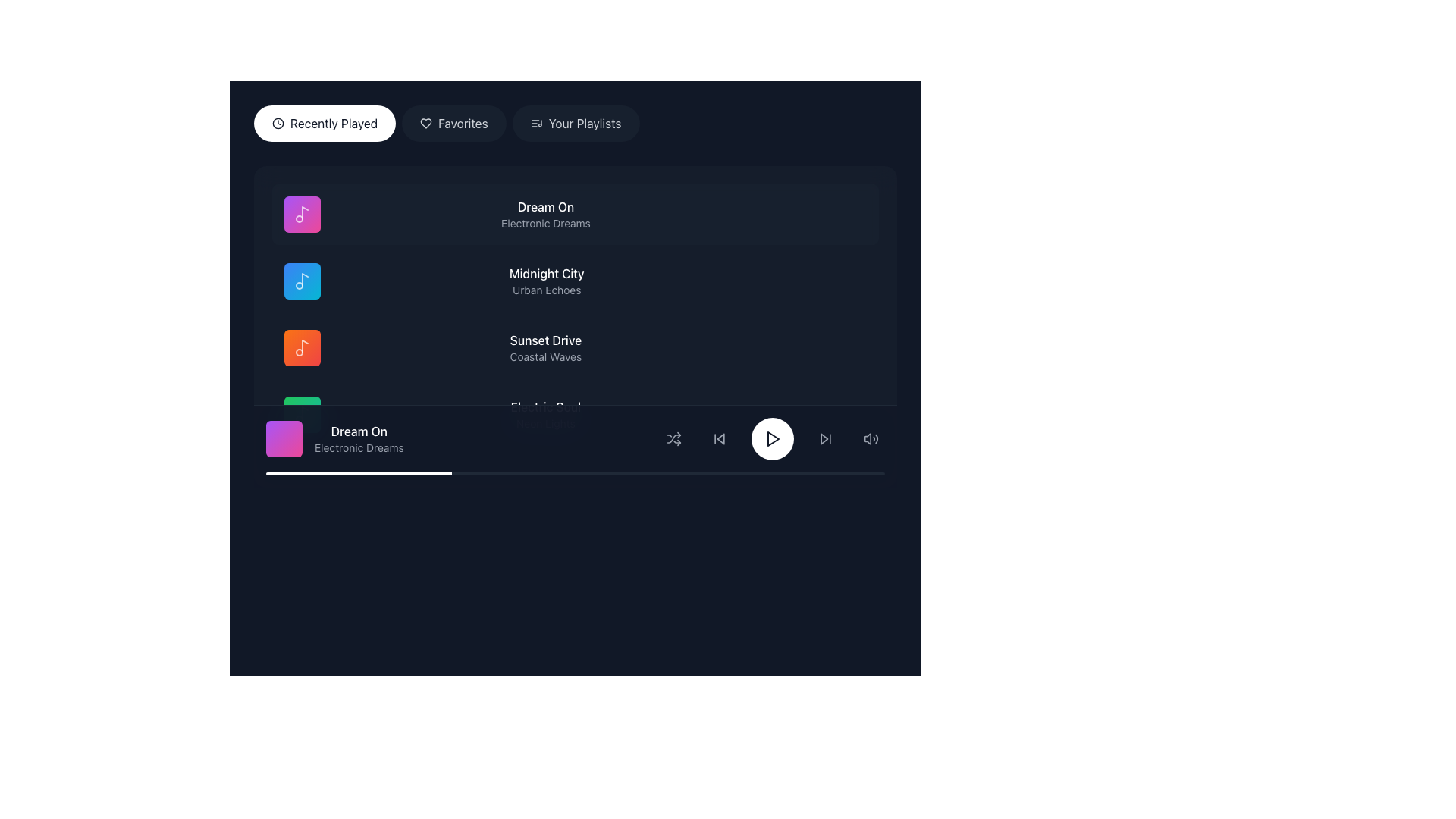 Image resolution: width=1456 pixels, height=819 pixels. What do you see at coordinates (686, 472) in the screenshot?
I see `progress` at bounding box center [686, 472].